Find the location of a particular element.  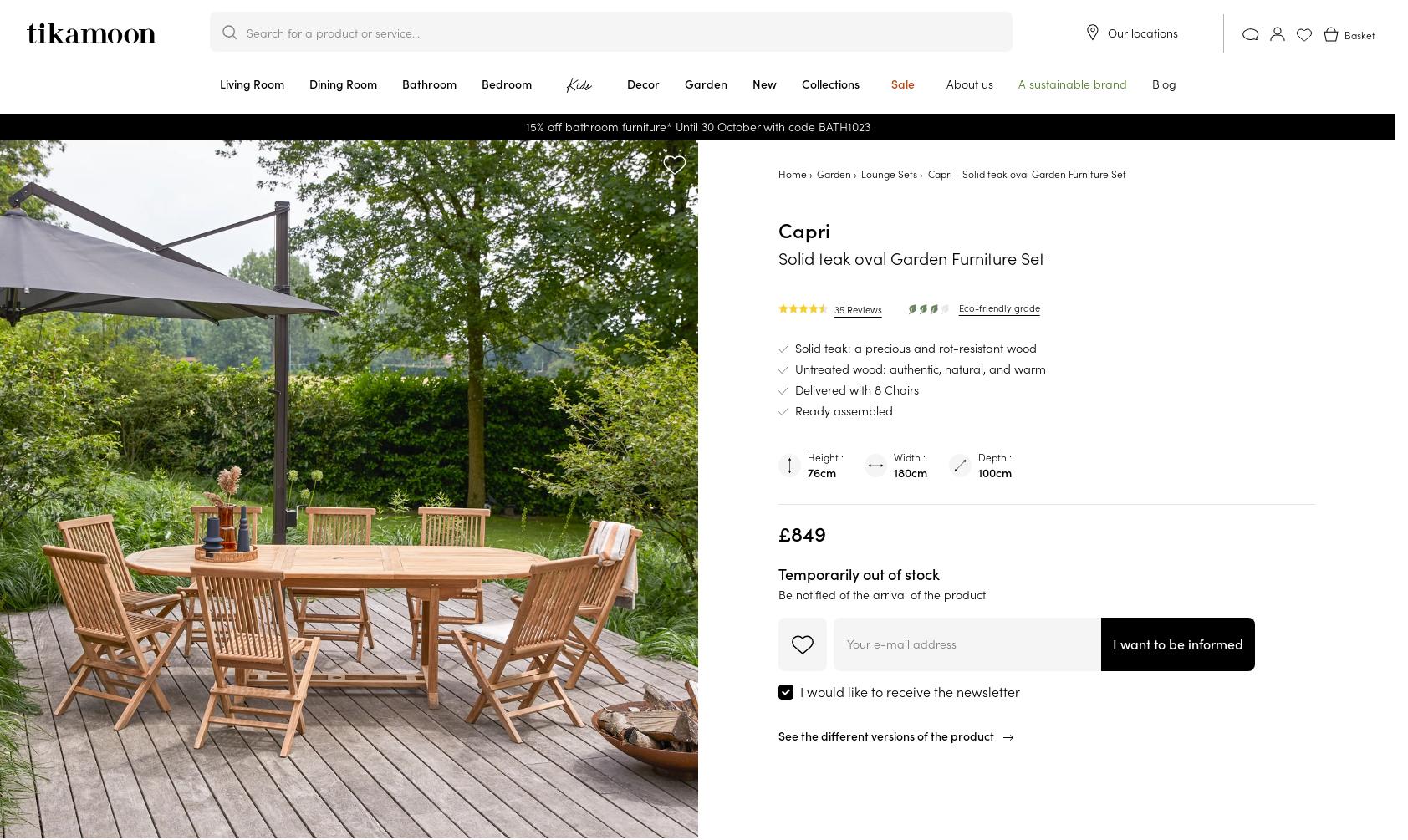

'Temporarily out of stock' is located at coordinates (857, 574).